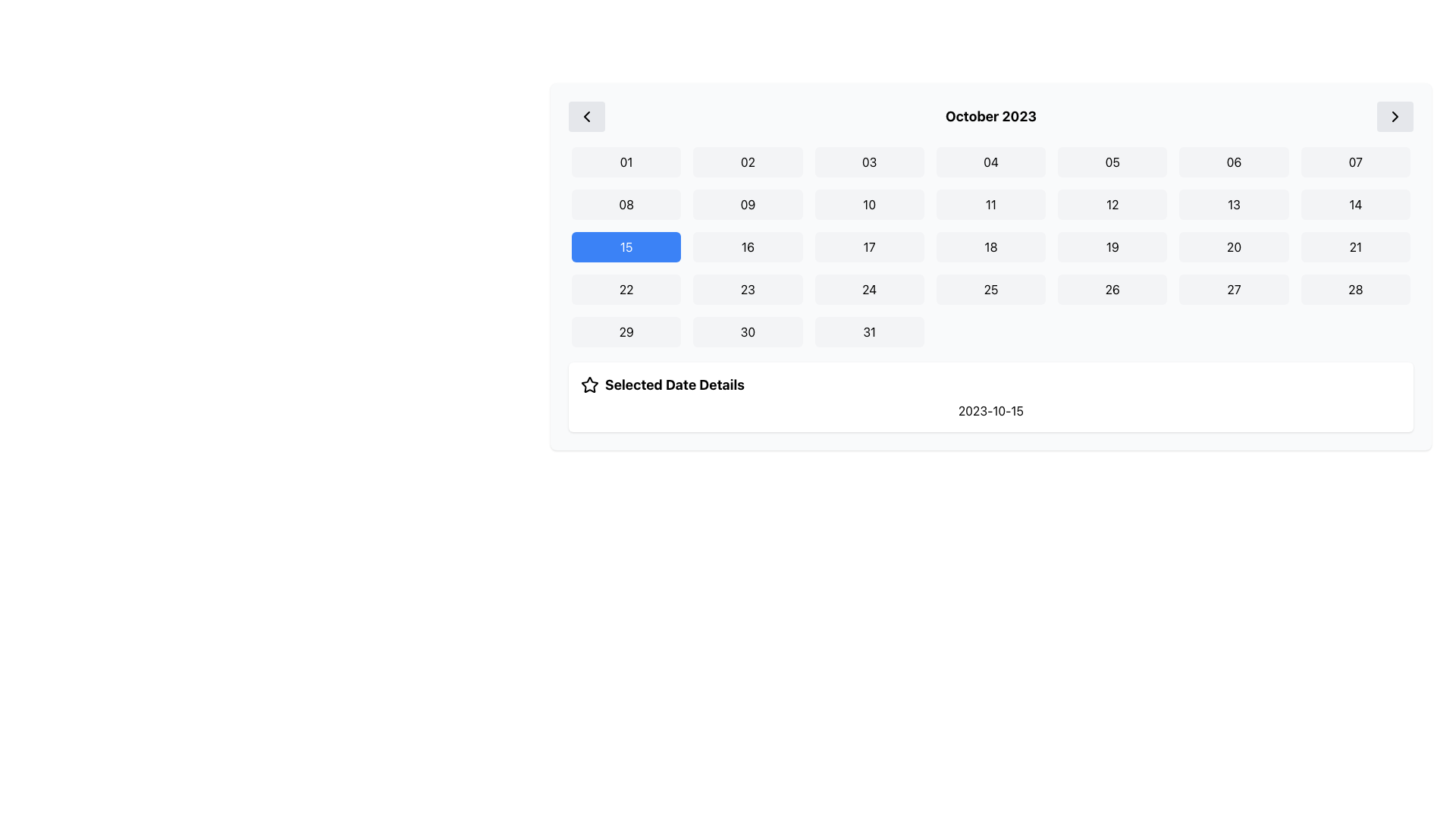 The width and height of the screenshot is (1456, 819). I want to click on the small rectangular button with a light gray background and rounded corners, featuring a left-pointing chevron icon, located to the left of the text 'October 2023' in the top-left corner of the calendar interface, so click(585, 116).